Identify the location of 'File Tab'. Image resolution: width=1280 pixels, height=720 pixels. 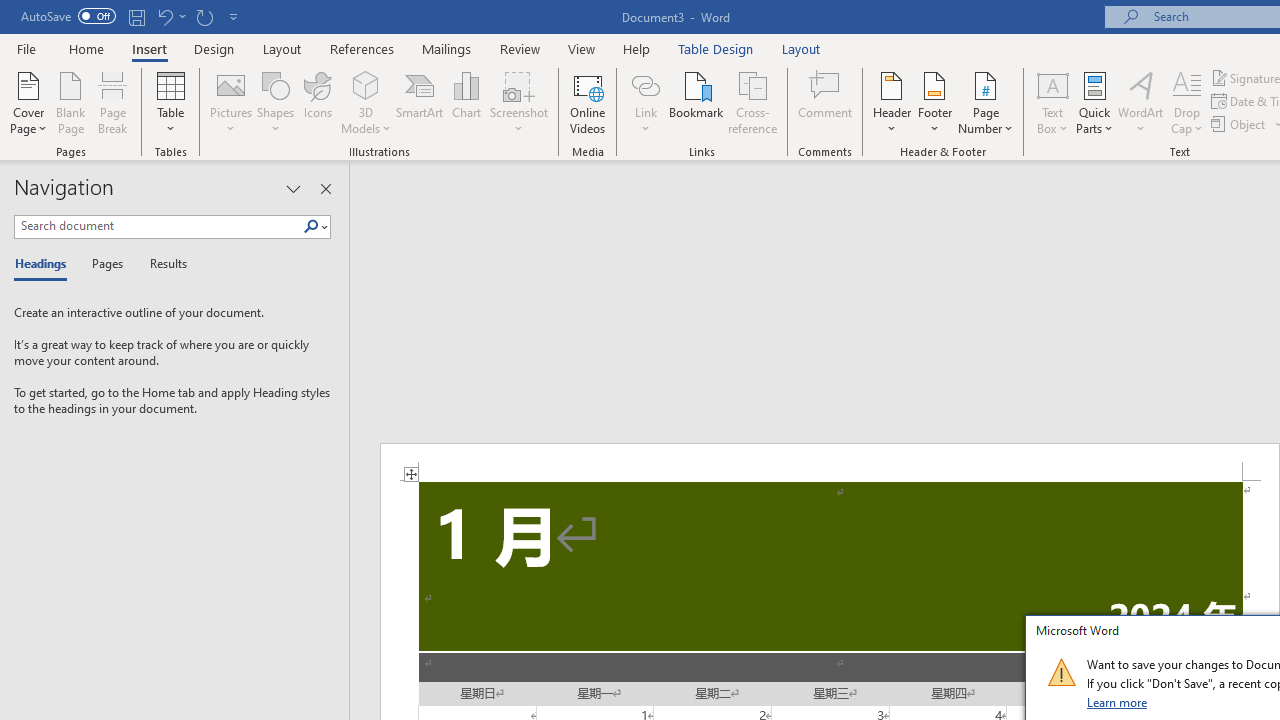
(26, 47).